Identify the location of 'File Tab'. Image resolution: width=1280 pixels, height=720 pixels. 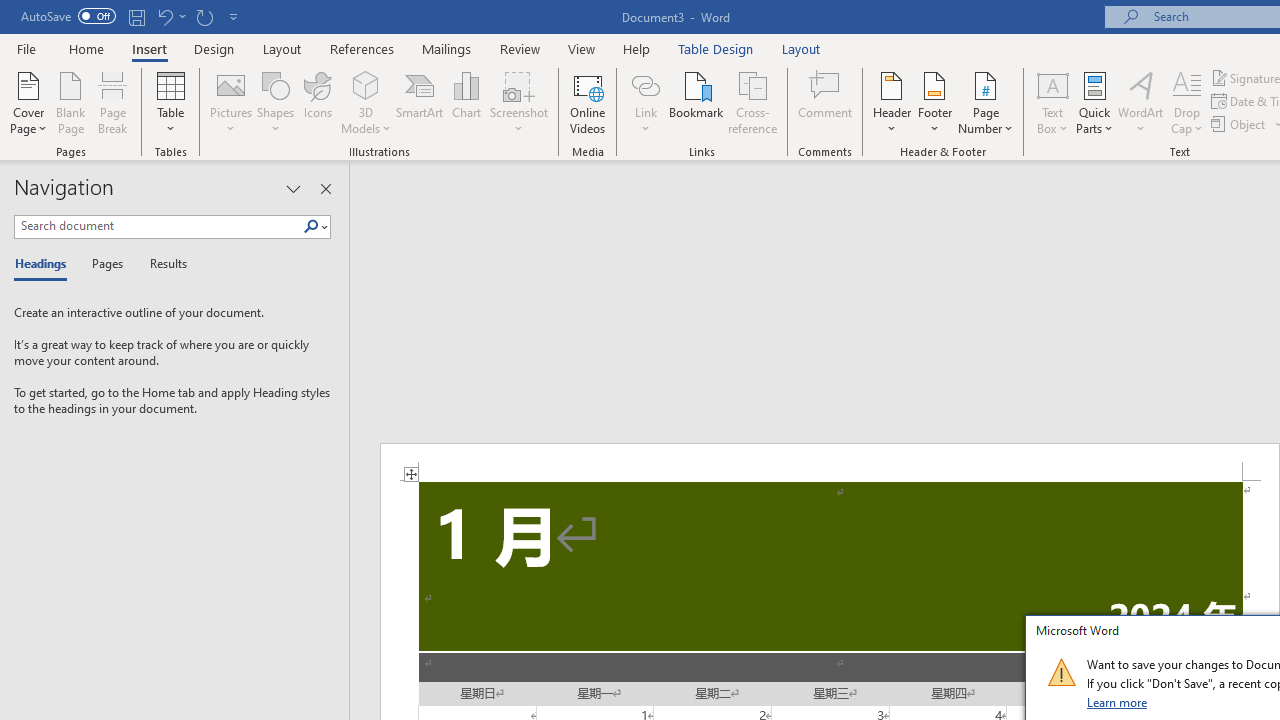
(26, 47).